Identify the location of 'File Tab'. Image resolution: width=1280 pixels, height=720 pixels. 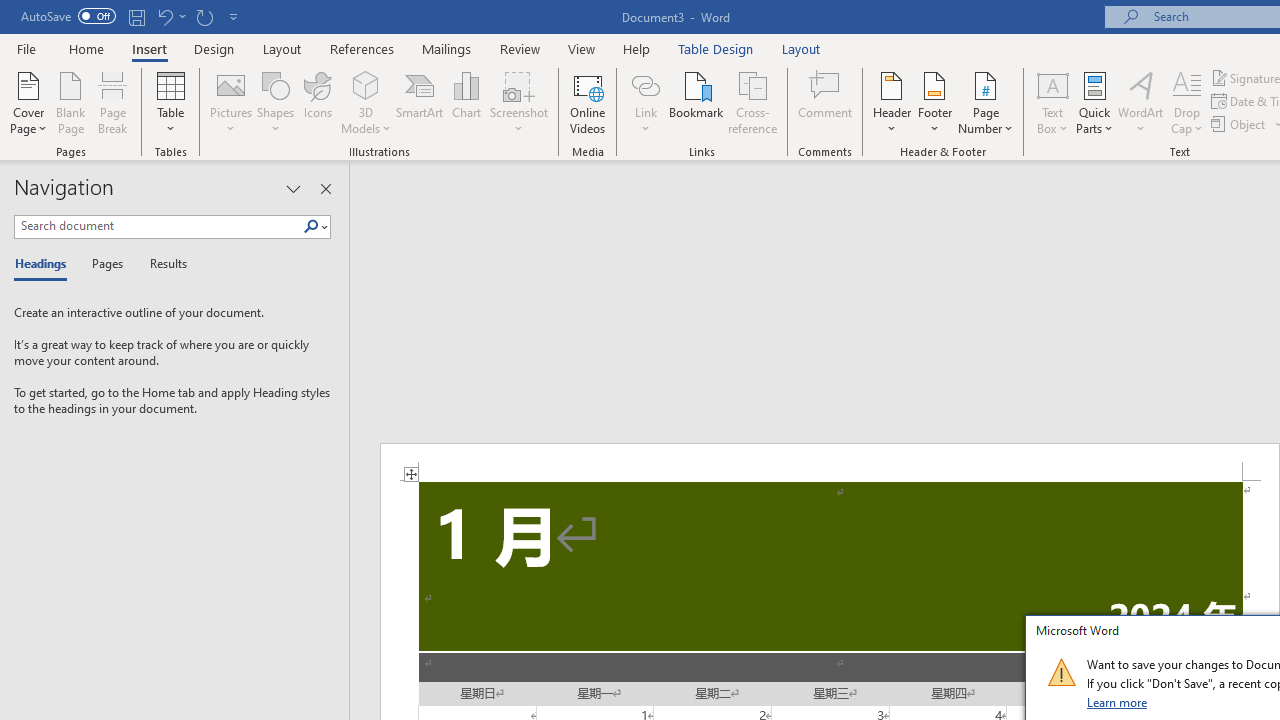
(26, 47).